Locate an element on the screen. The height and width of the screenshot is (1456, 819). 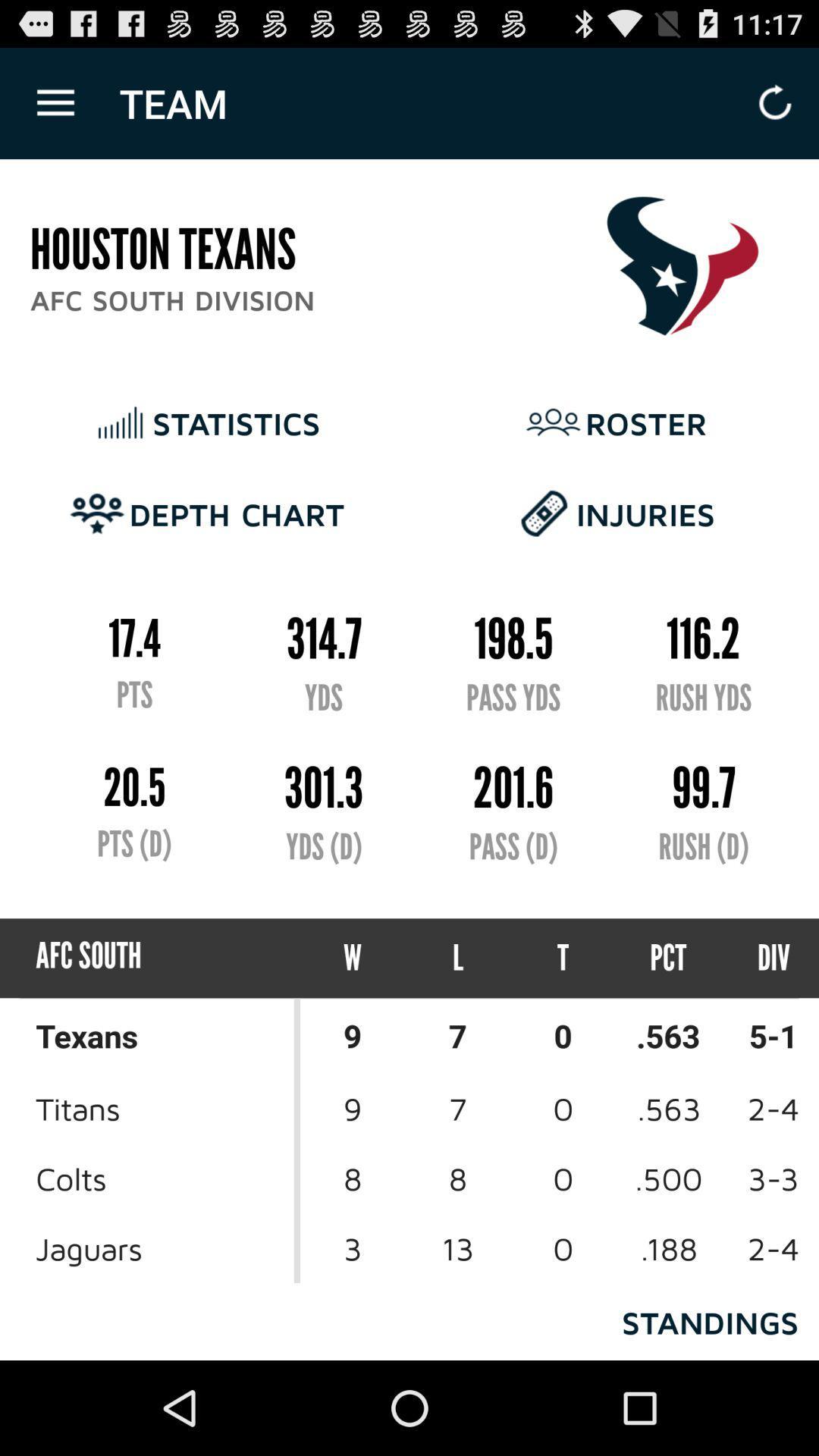
w is located at coordinates (353, 957).